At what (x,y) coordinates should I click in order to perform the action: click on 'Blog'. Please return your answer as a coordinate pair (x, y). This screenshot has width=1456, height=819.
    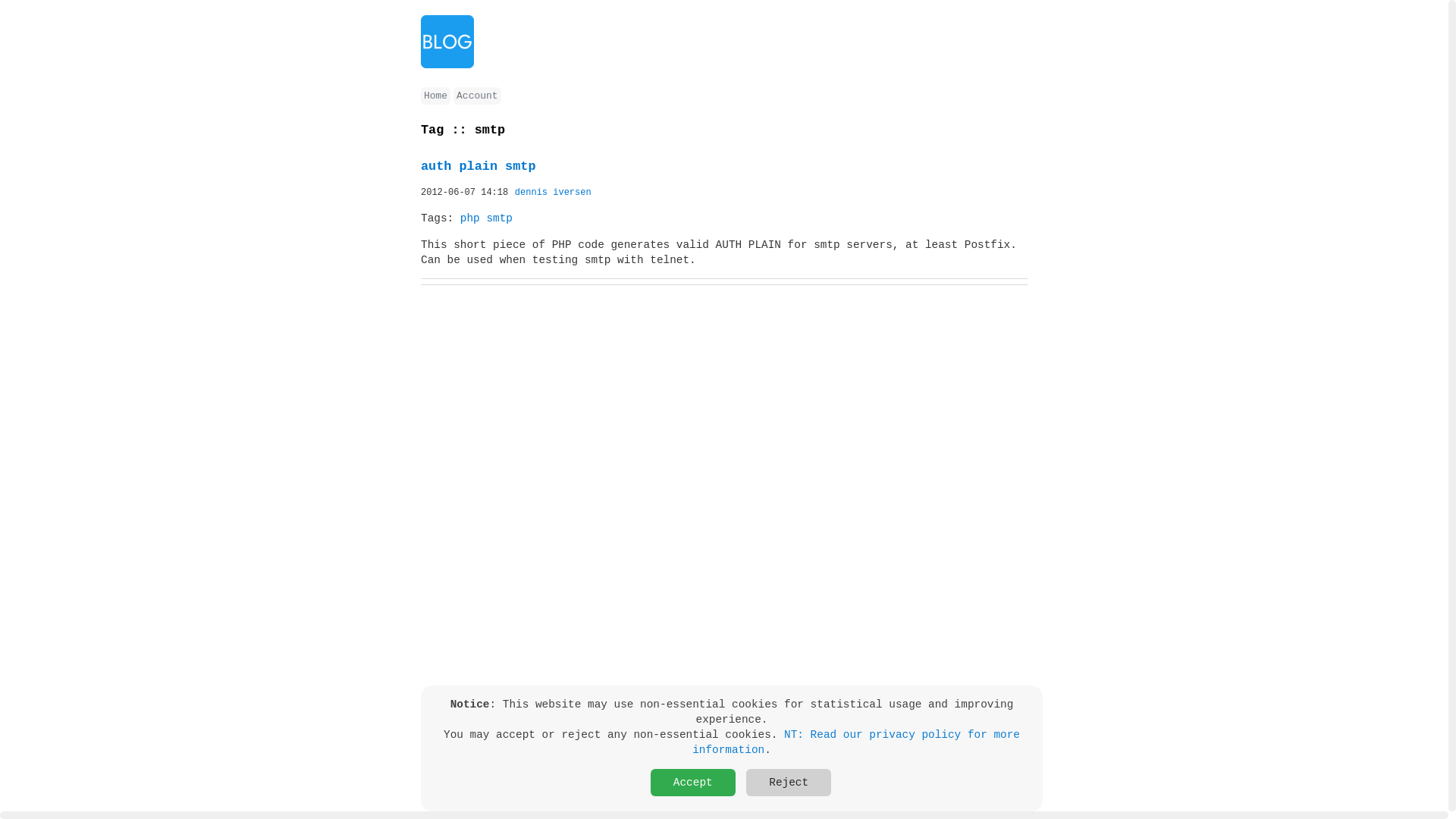
    Looking at the image, I should click on (421, 40).